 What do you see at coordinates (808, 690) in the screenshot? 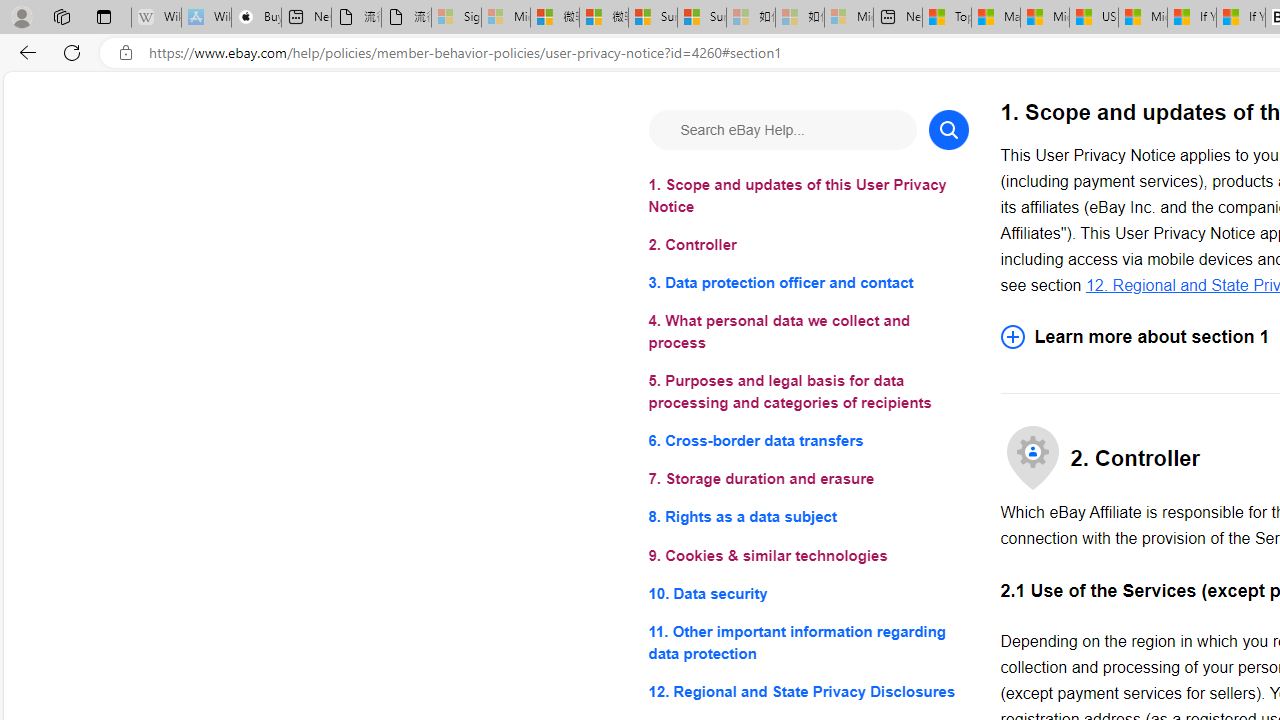
I see `'12. Regional and State Privacy Disclosures'` at bounding box center [808, 690].